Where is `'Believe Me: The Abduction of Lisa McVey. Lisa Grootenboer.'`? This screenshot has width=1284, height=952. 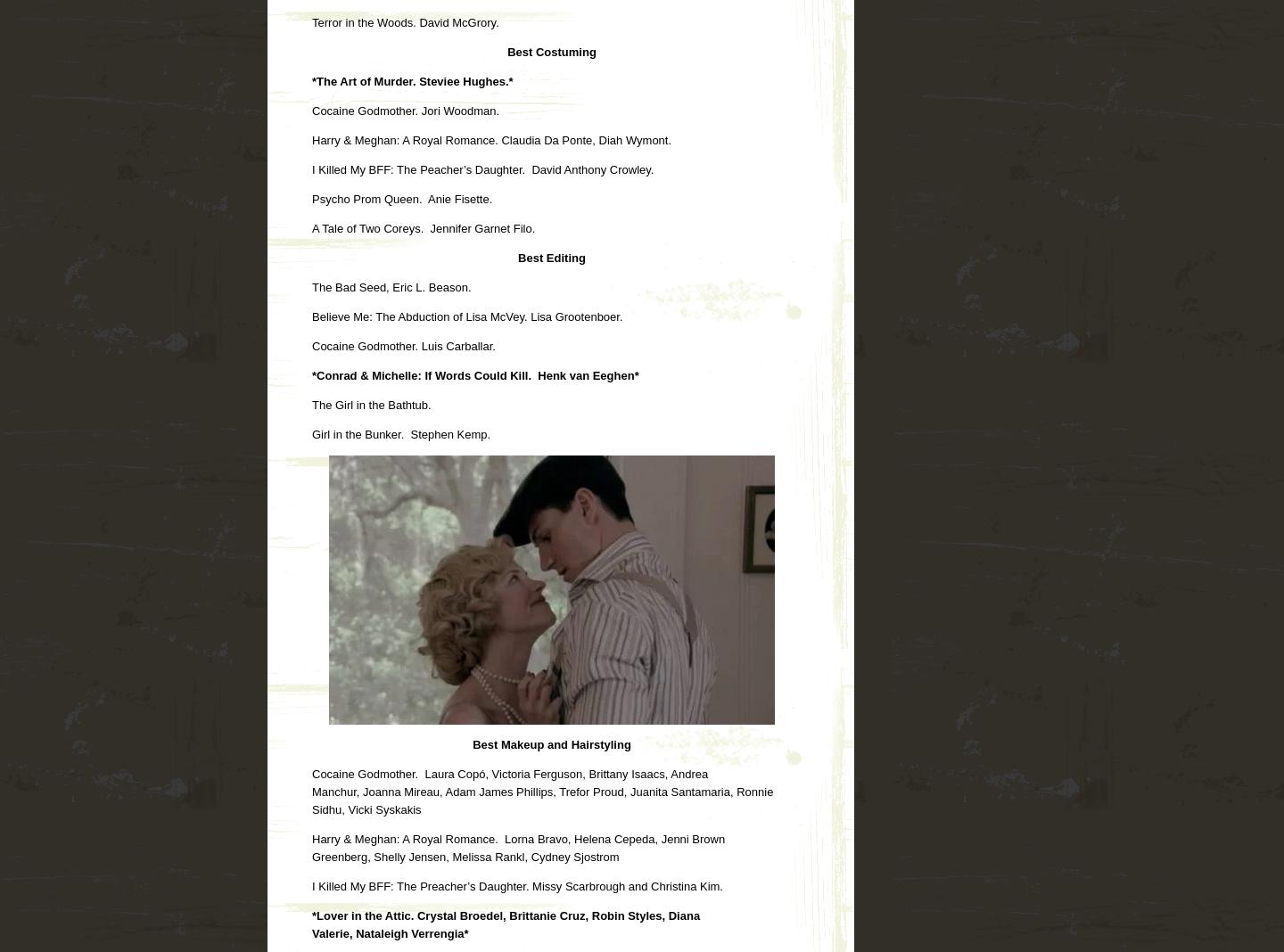
'Believe Me: The Abduction of Lisa McVey. Lisa Grootenboer.' is located at coordinates (466, 315).